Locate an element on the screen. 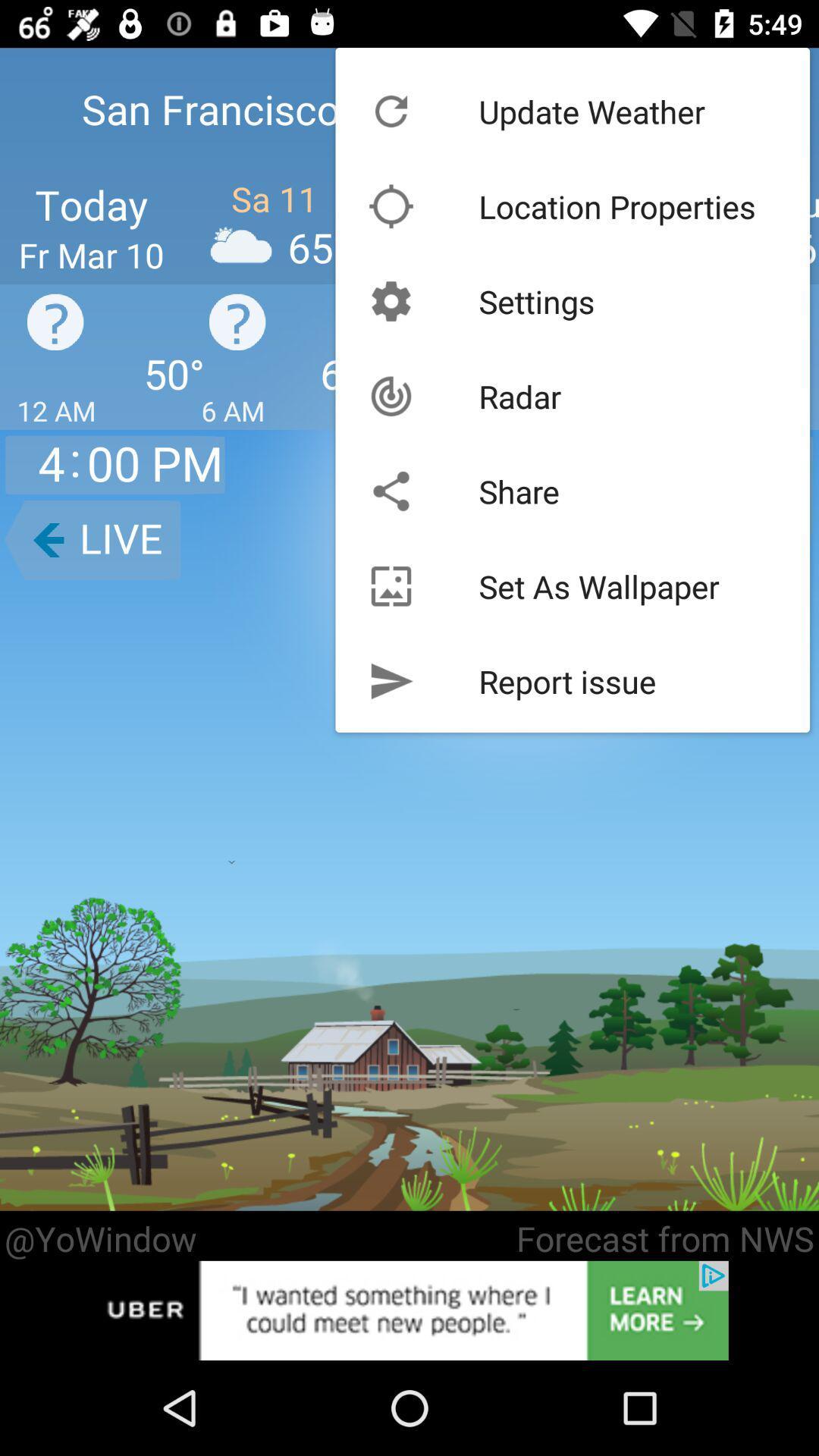 The image size is (819, 1456). set as wallpaper item is located at coordinates (598, 585).